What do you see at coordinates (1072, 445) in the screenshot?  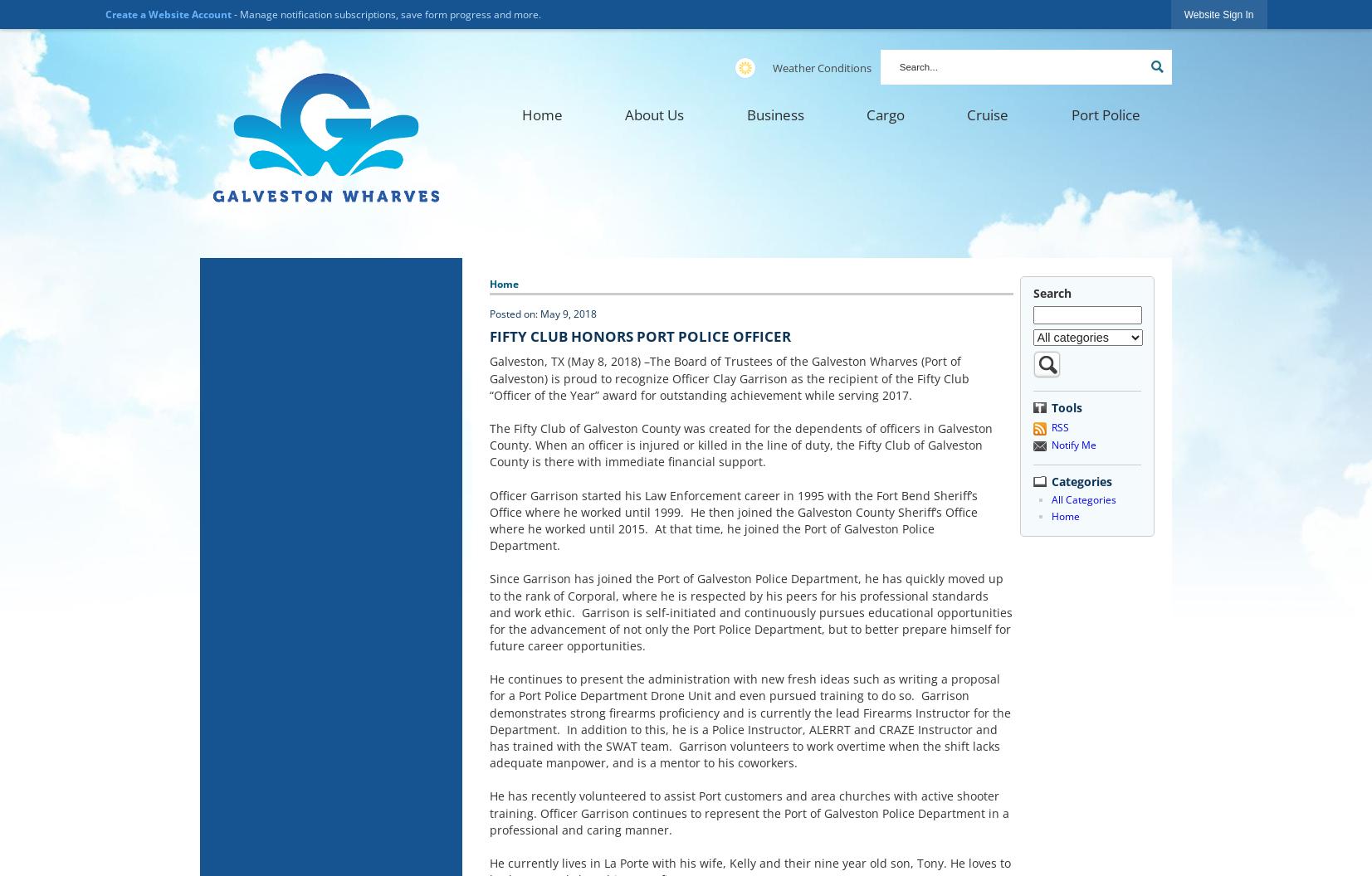 I see `'Notify Me'` at bounding box center [1072, 445].